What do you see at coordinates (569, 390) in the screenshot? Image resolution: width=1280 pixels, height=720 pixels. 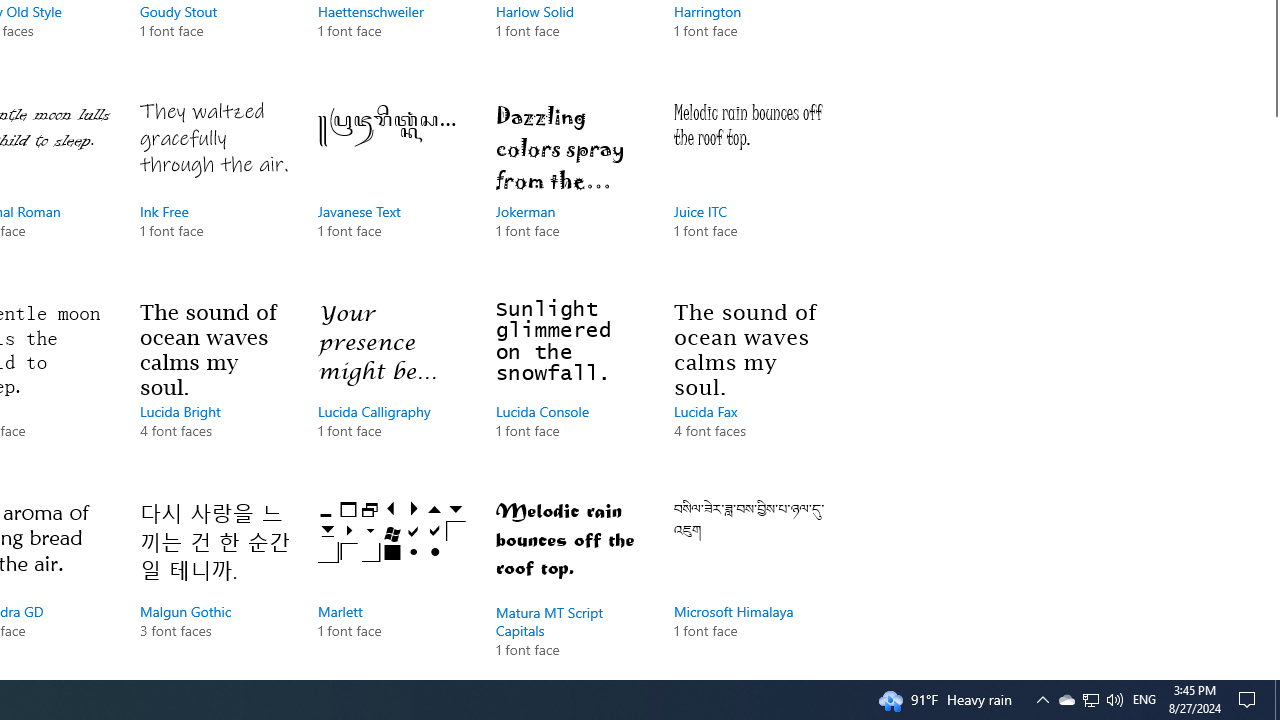 I see `'Lucida Console, 1 font face'` at bounding box center [569, 390].